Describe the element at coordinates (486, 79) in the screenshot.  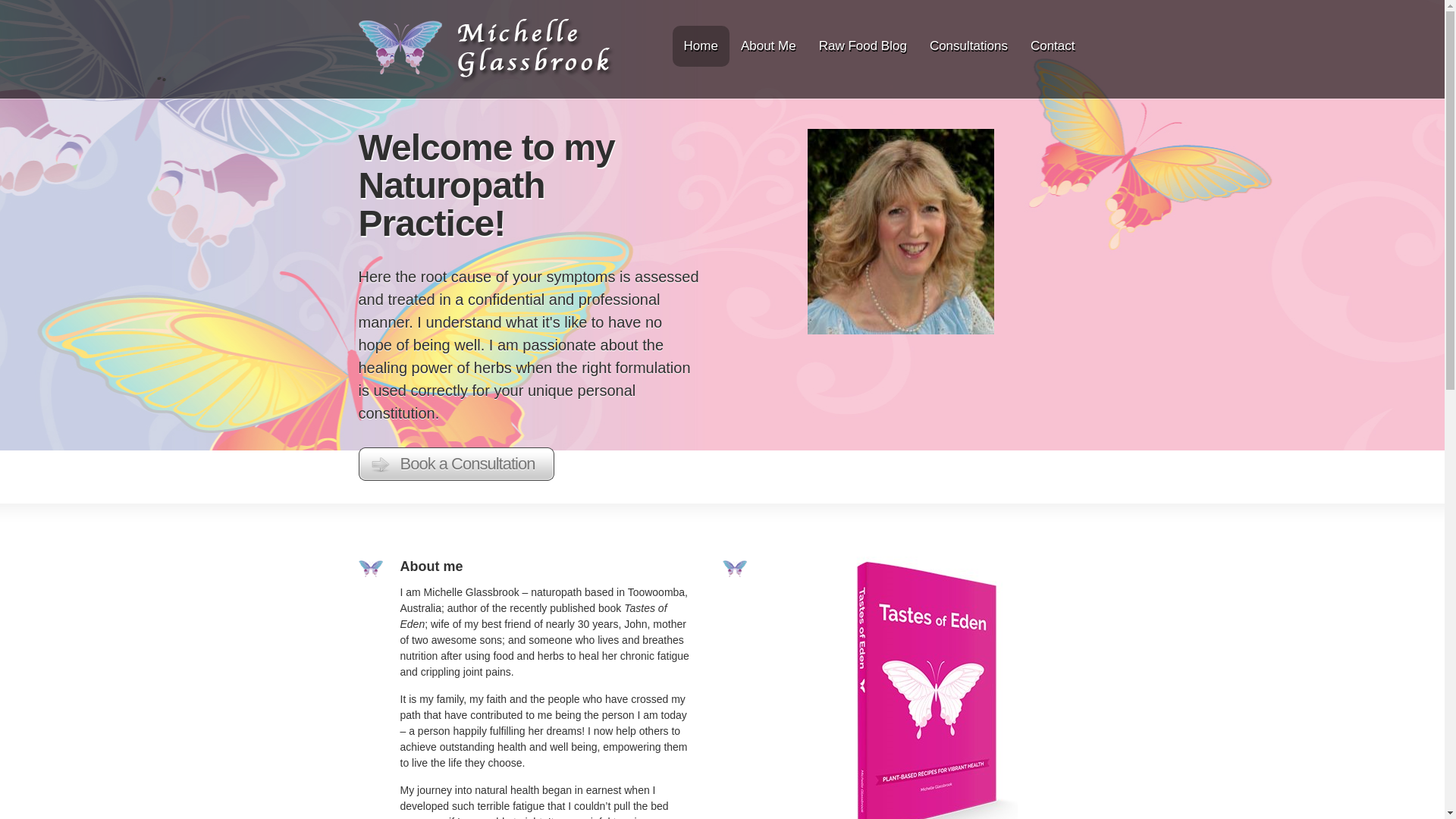
I see `'Home'` at that location.